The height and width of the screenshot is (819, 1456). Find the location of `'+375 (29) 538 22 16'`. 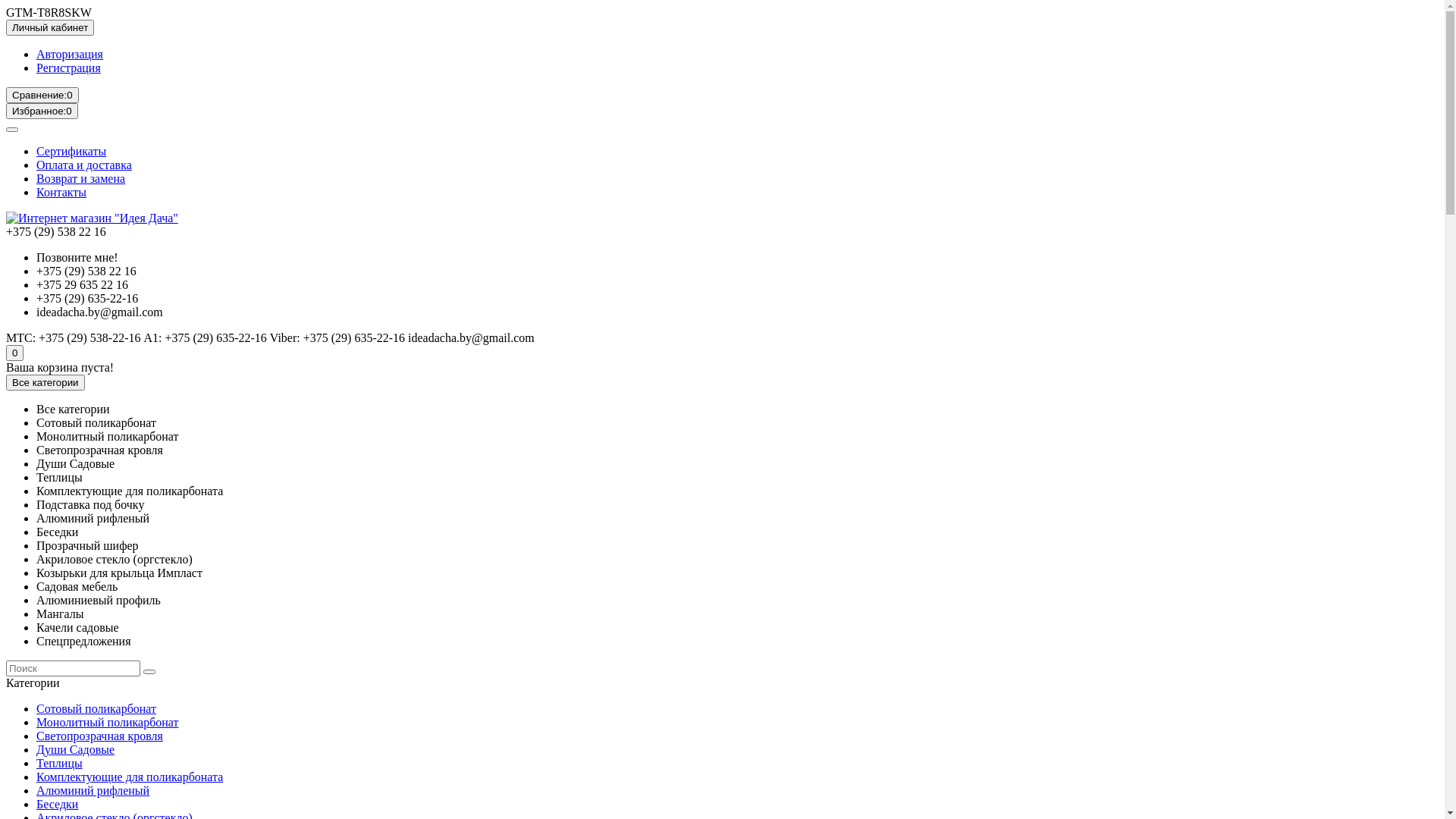

'+375 (29) 538 22 16' is located at coordinates (86, 270).